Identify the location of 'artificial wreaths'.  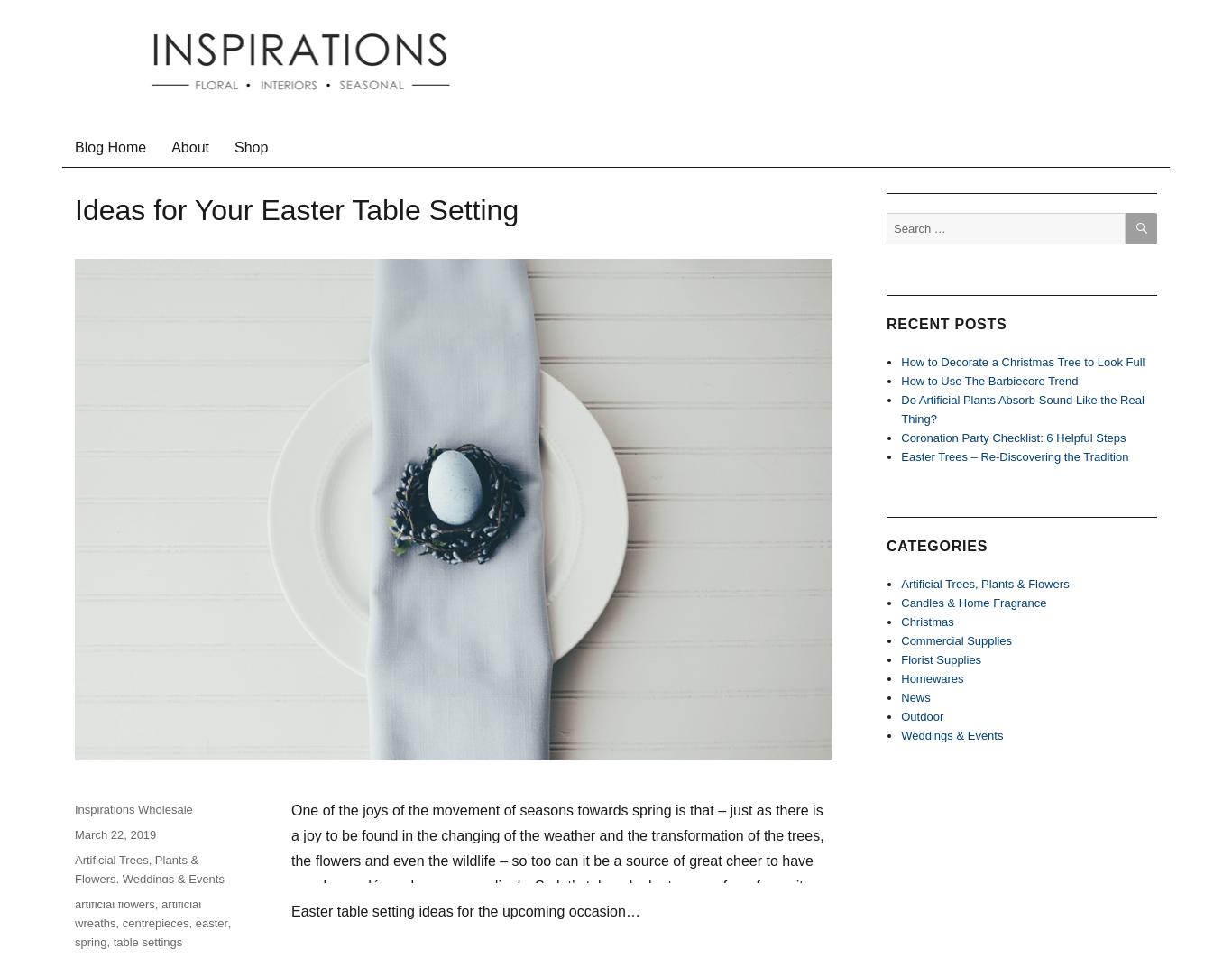
(136, 911).